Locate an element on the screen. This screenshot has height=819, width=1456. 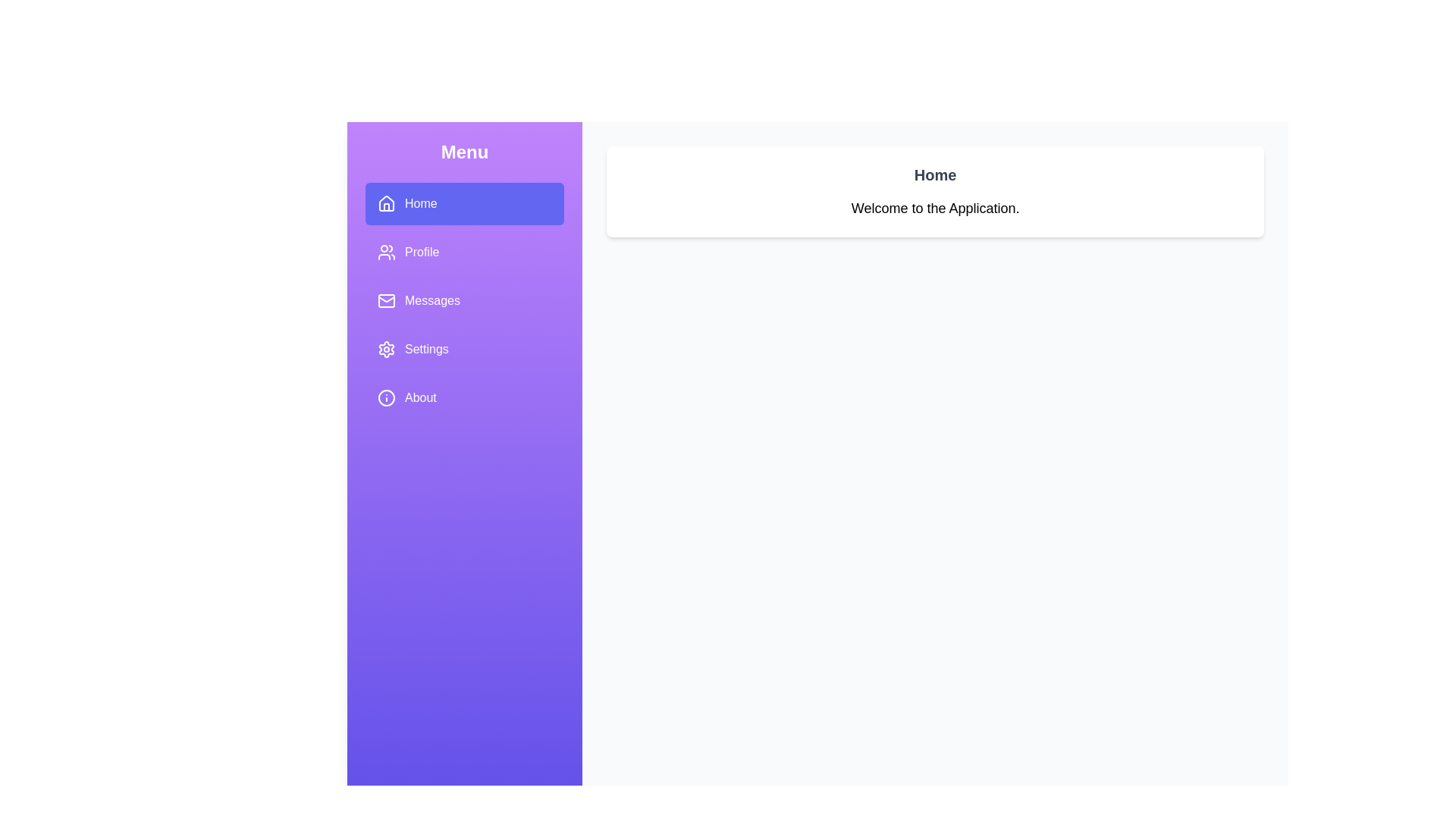
the 'Profile' text label in the side navigation bar is located at coordinates (422, 251).